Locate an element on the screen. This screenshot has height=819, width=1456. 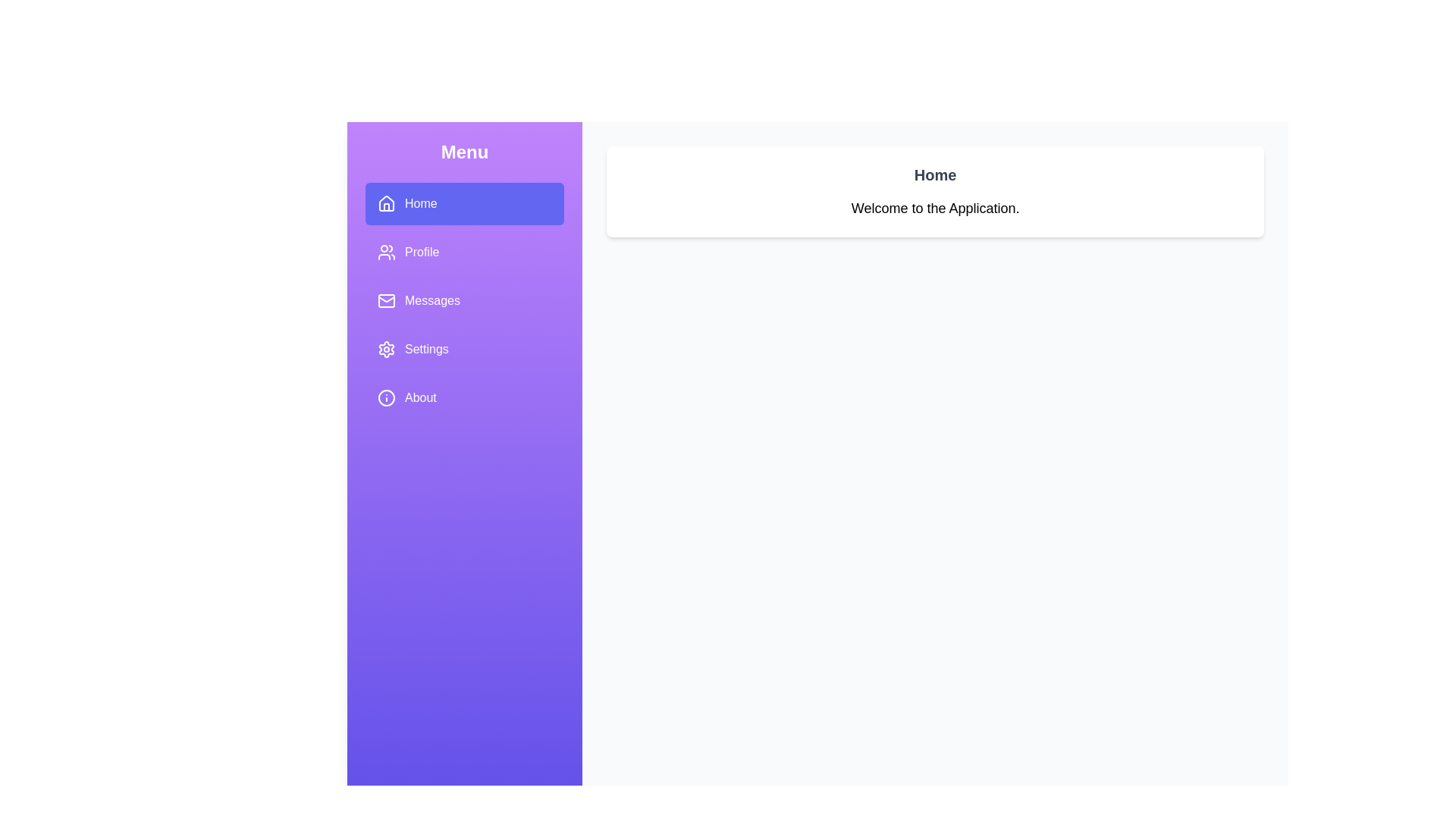
the 'Profile' text label in the side navigation bar is located at coordinates (422, 251).